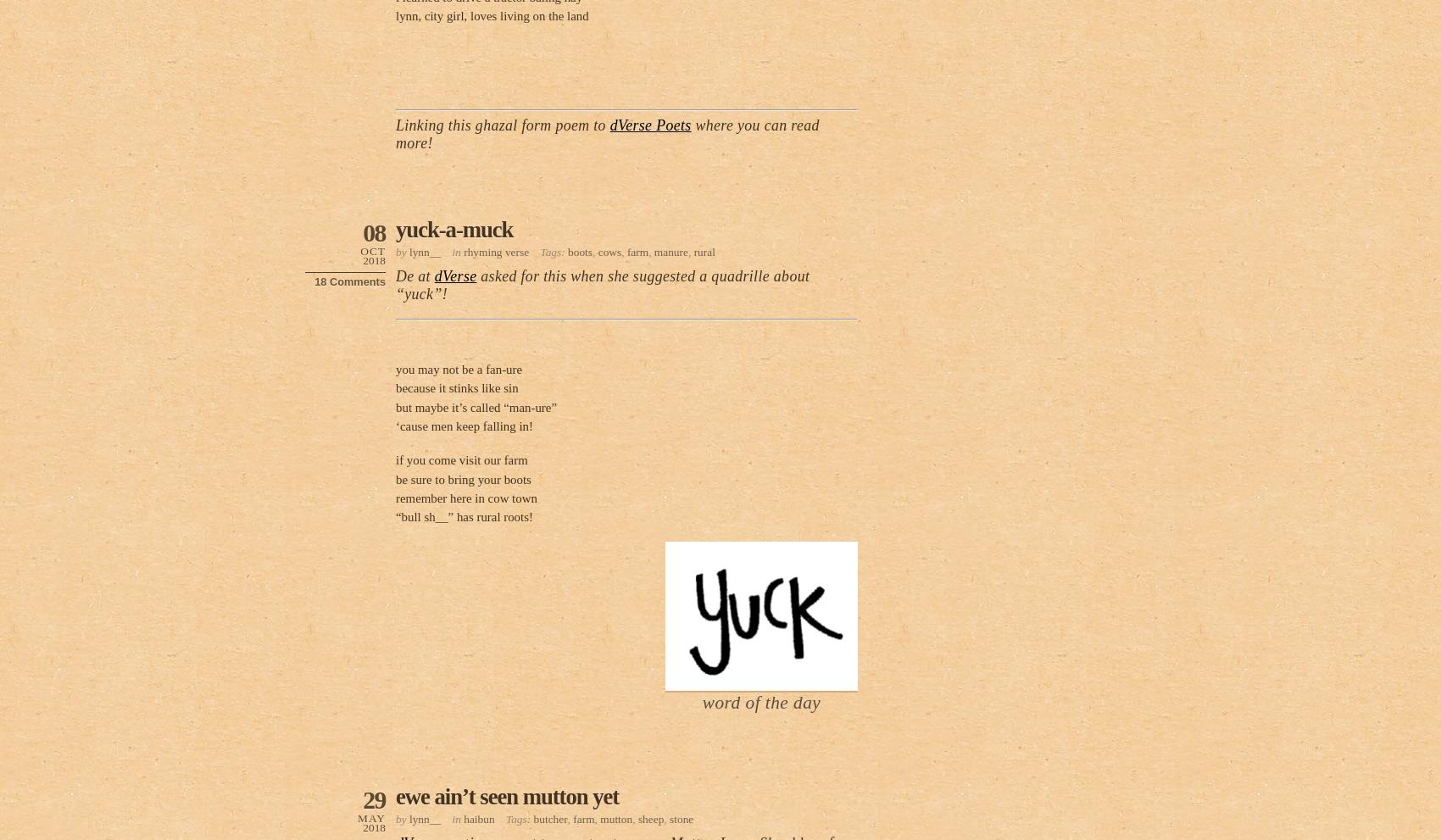  What do you see at coordinates (395, 387) in the screenshot?
I see `'because it stinks like sin'` at bounding box center [395, 387].